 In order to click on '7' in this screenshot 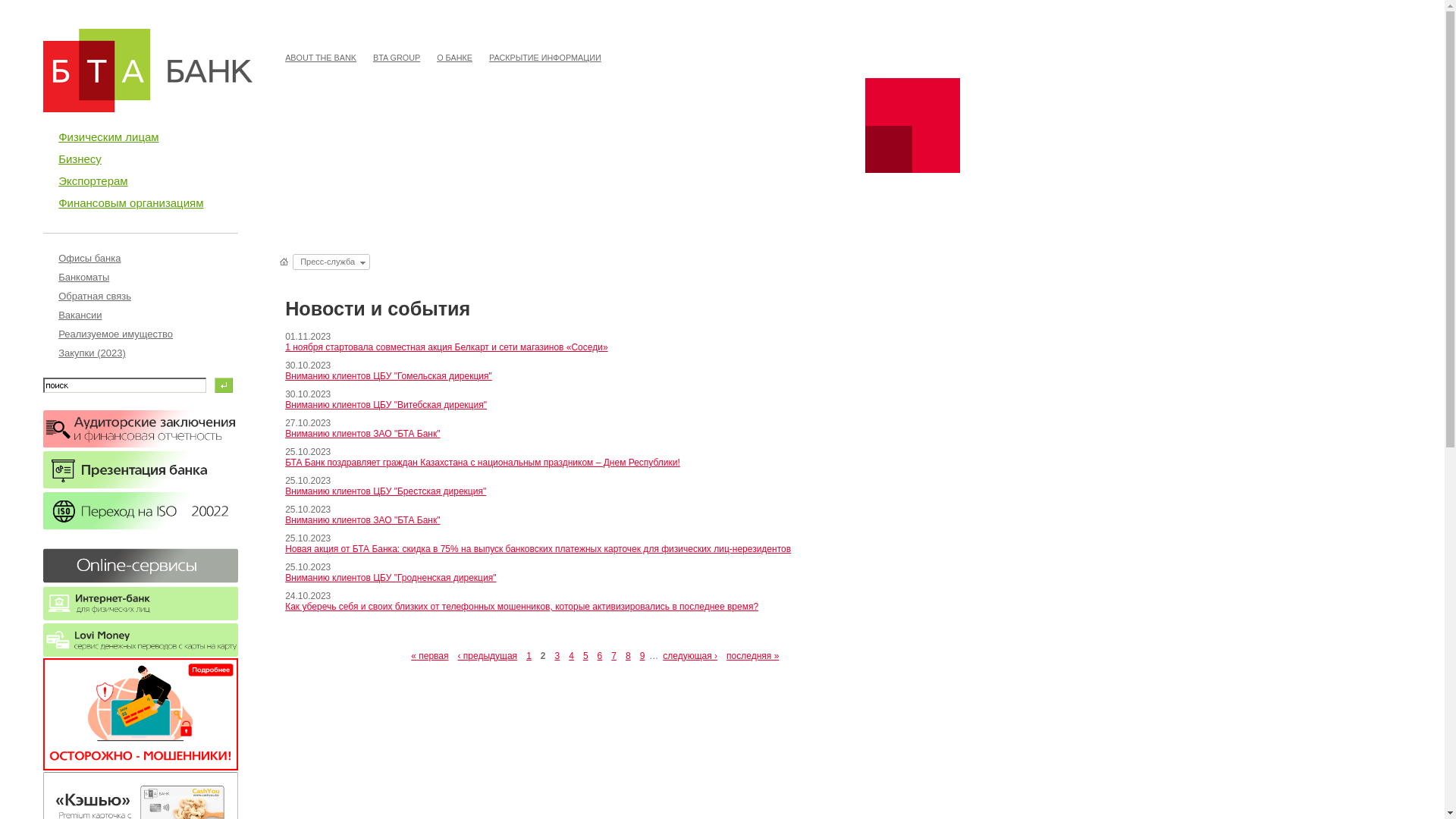, I will do `click(613, 654)`.